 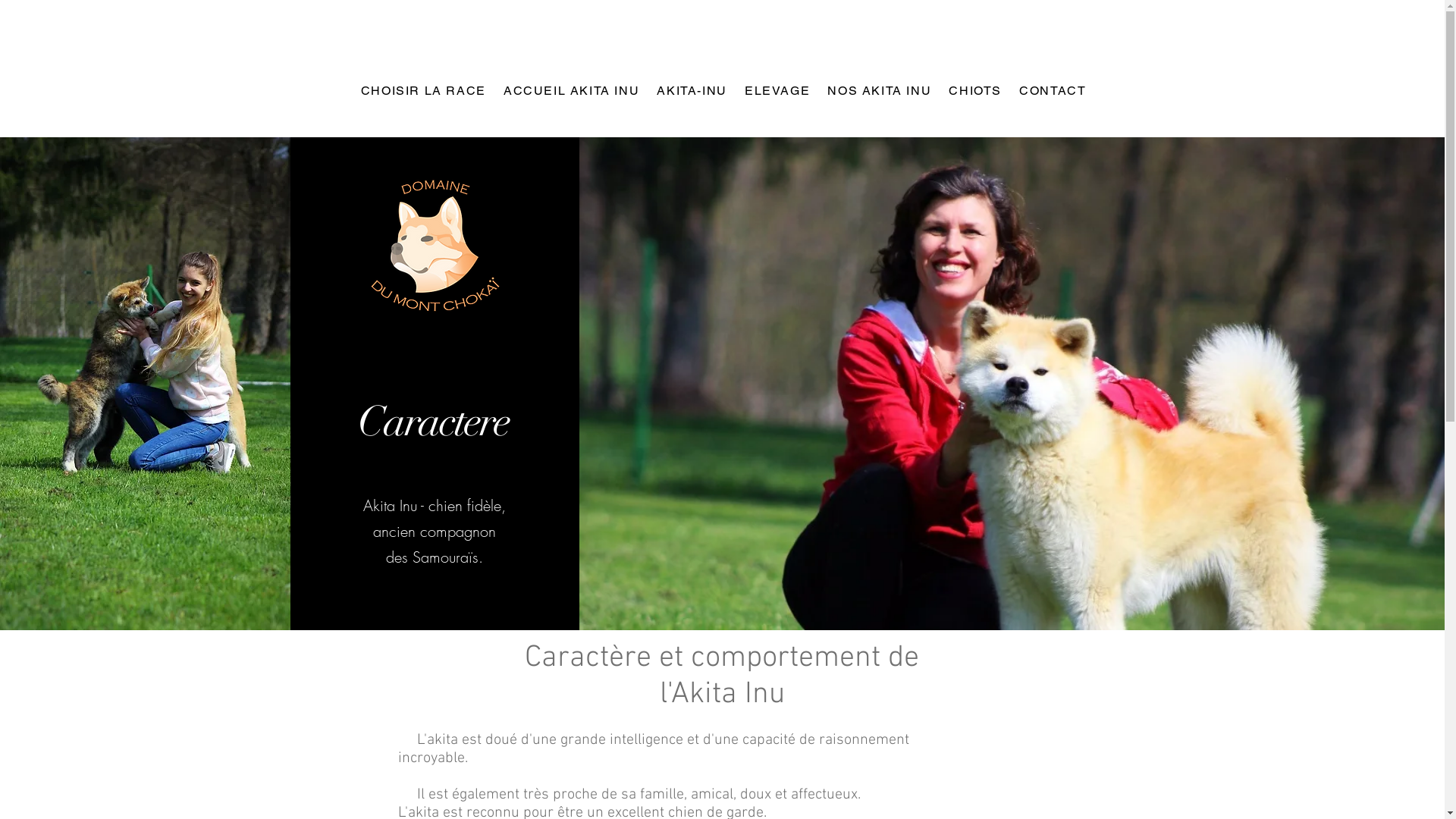 I want to click on 'CHIOTS', so click(x=974, y=91).